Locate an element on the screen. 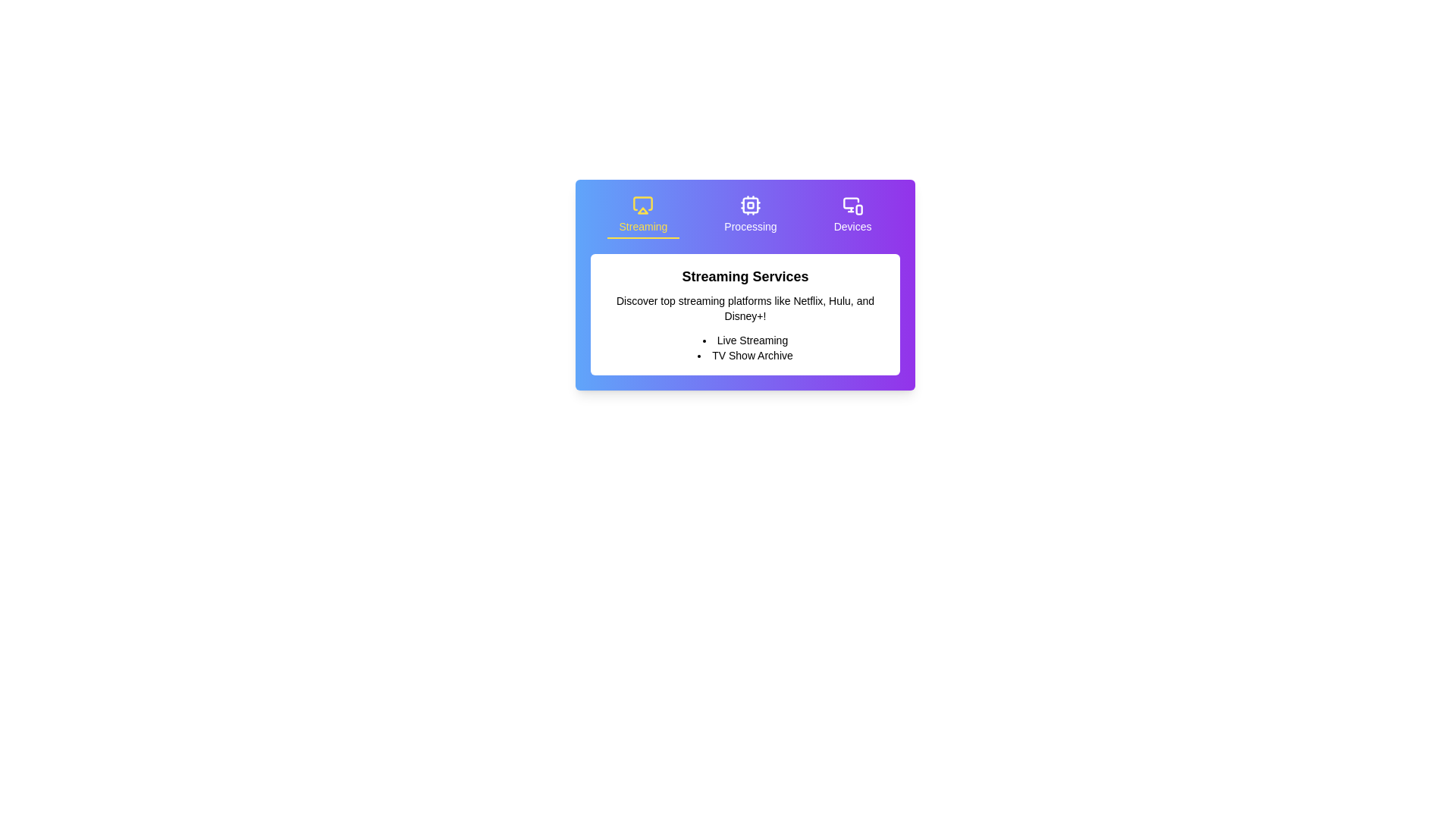  the rightmost button in a group of three that functions as a navigation option for devices is located at coordinates (852, 216).